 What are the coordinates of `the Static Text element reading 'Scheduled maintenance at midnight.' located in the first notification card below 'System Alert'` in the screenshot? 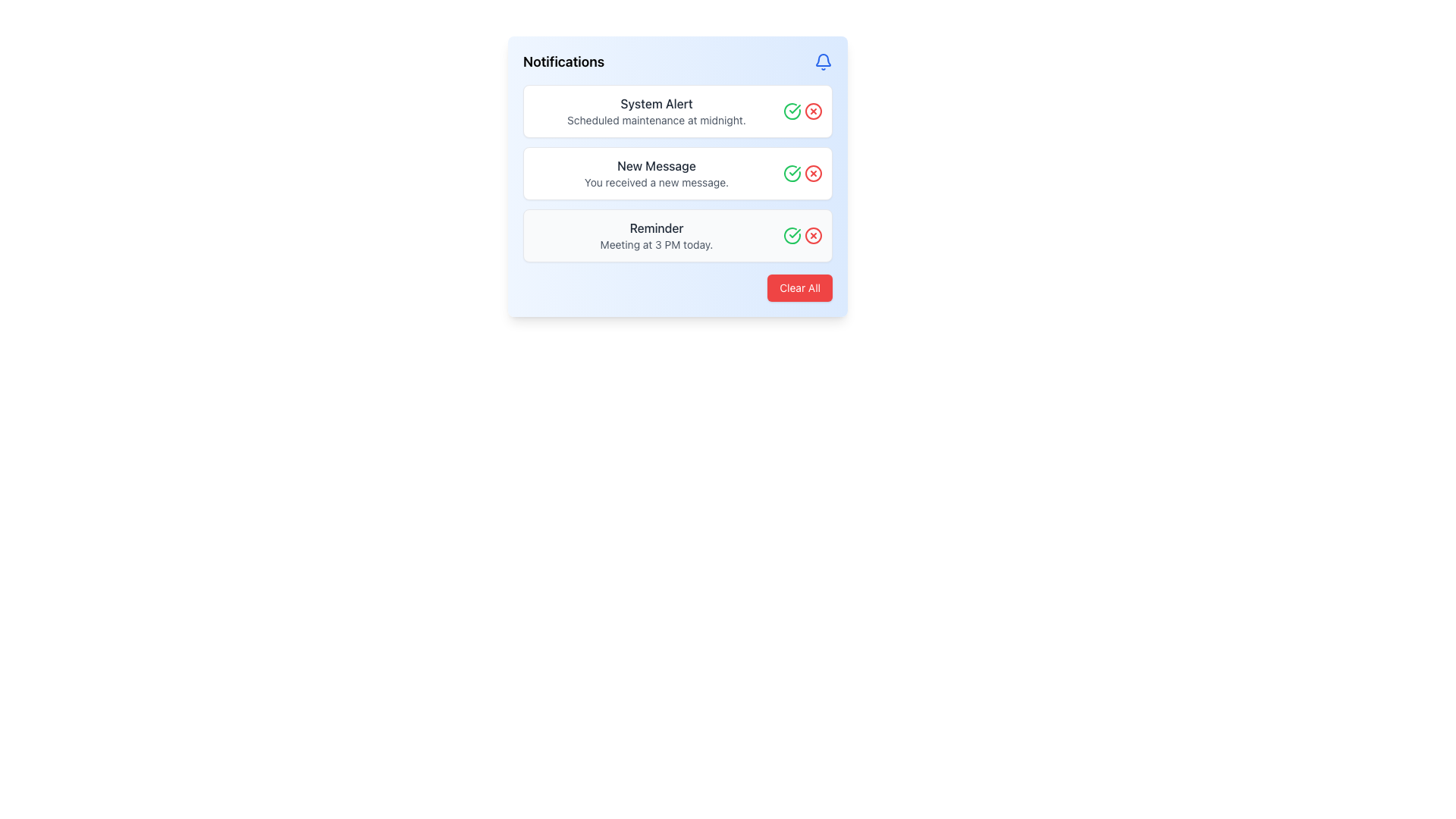 It's located at (656, 119).